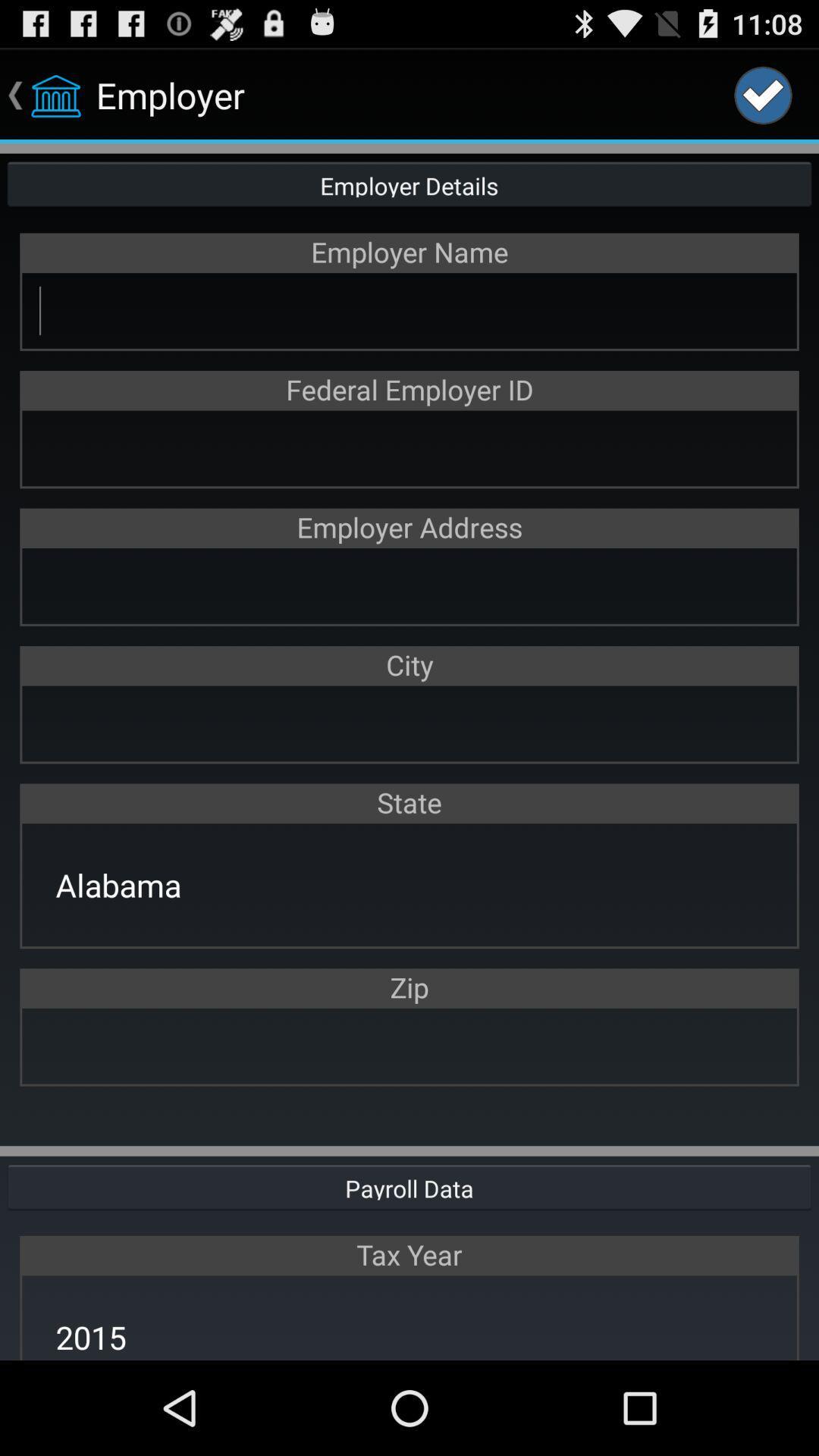 The height and width of the screenshot is (1456, 819). What do you see at coordinates (409, 723) in the screenshot?
I see `text in the city field` at bounding box center [409, 723].